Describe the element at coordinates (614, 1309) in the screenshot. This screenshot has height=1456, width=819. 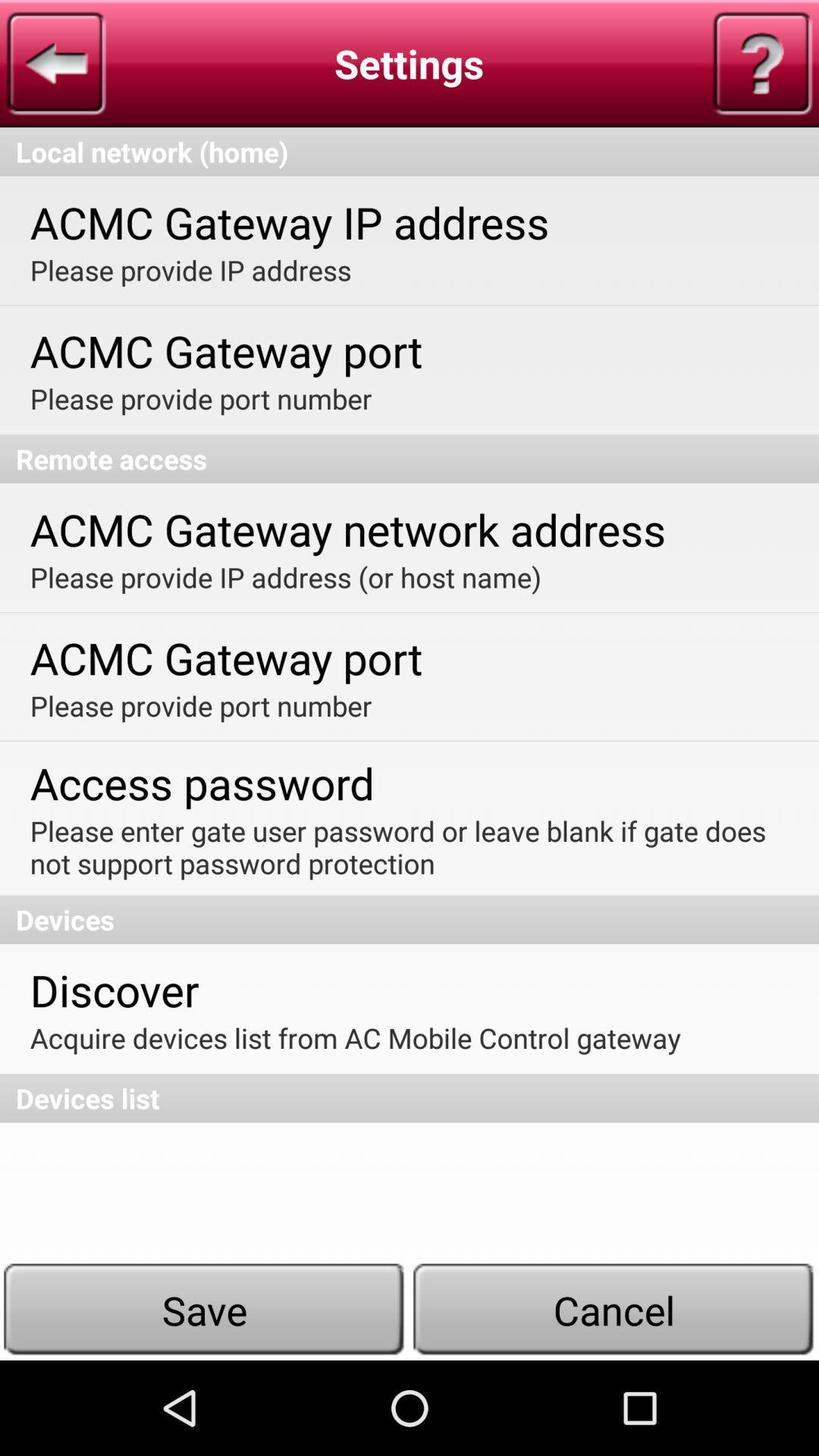
I see `item next to the save item` at that location.